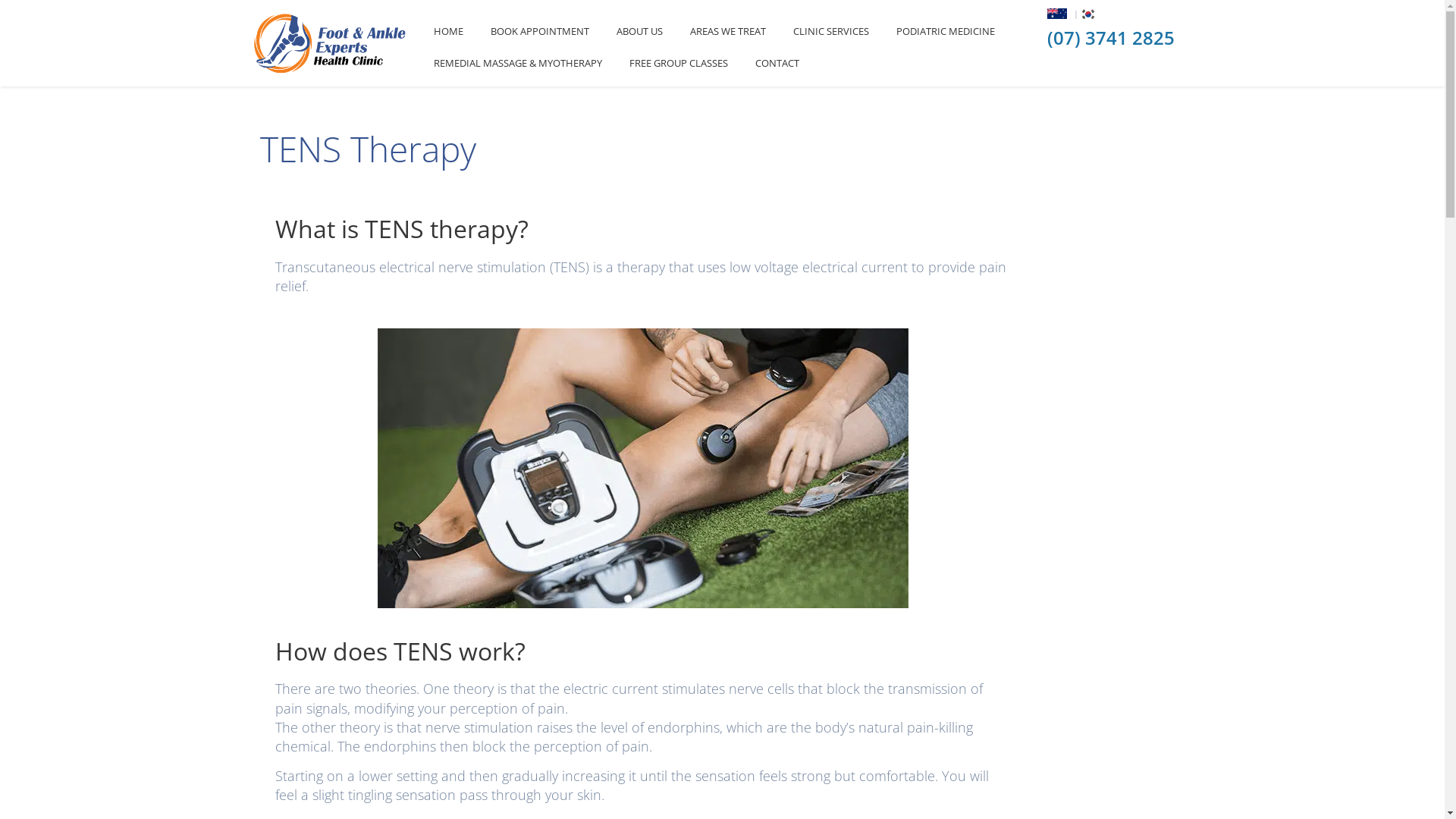 The image size is (1456, 819). What do you see at coordinates (677, 62) in the screenshot?
I see `'FREE GROUP CLASSES'` at bounding box center [677, 62].